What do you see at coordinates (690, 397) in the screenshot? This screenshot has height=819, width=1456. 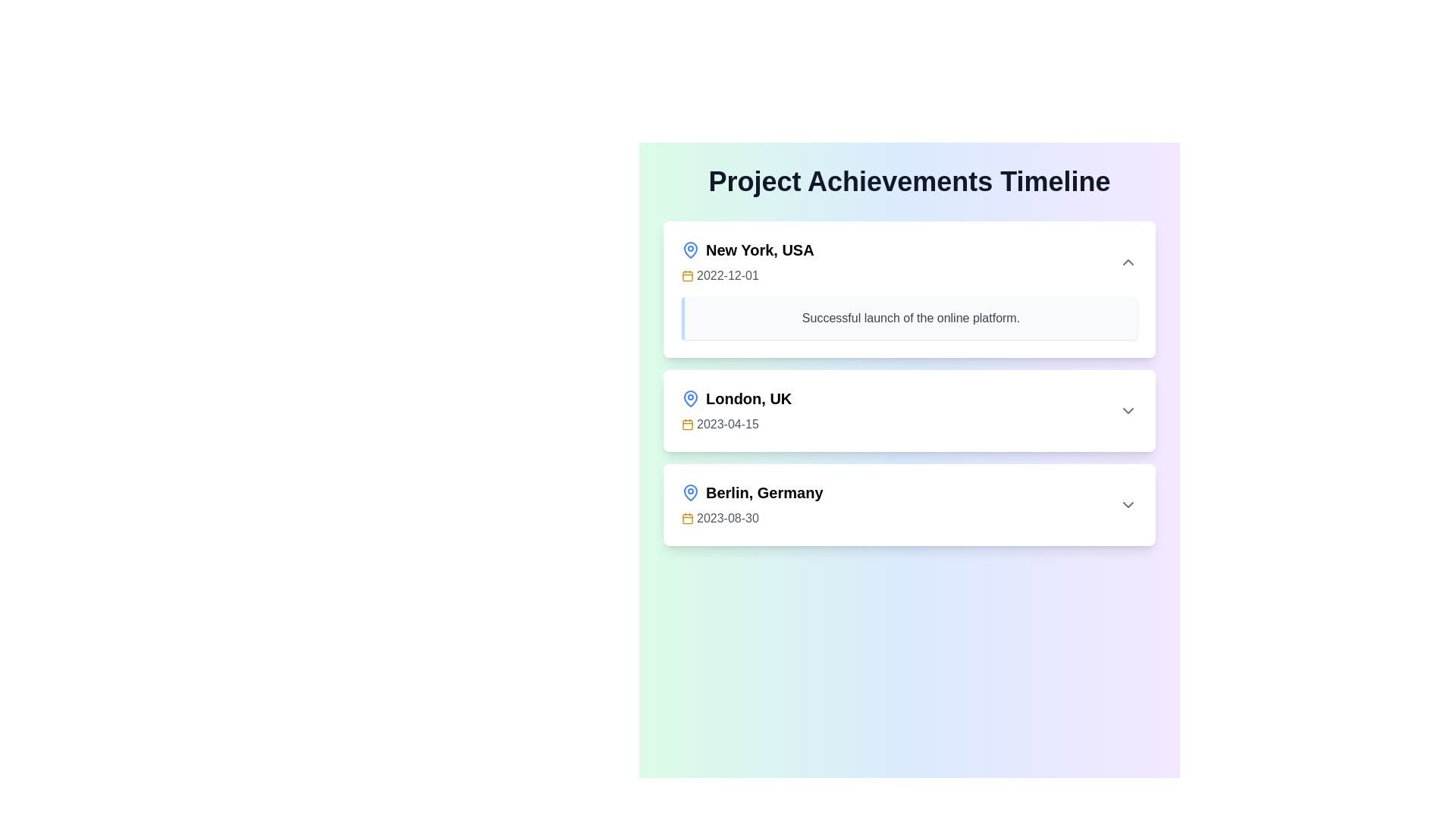 I see `the geographic location icon representing 'London, UK', which is the first icon to the left of the text within its card` at bounding box center [690, 397].